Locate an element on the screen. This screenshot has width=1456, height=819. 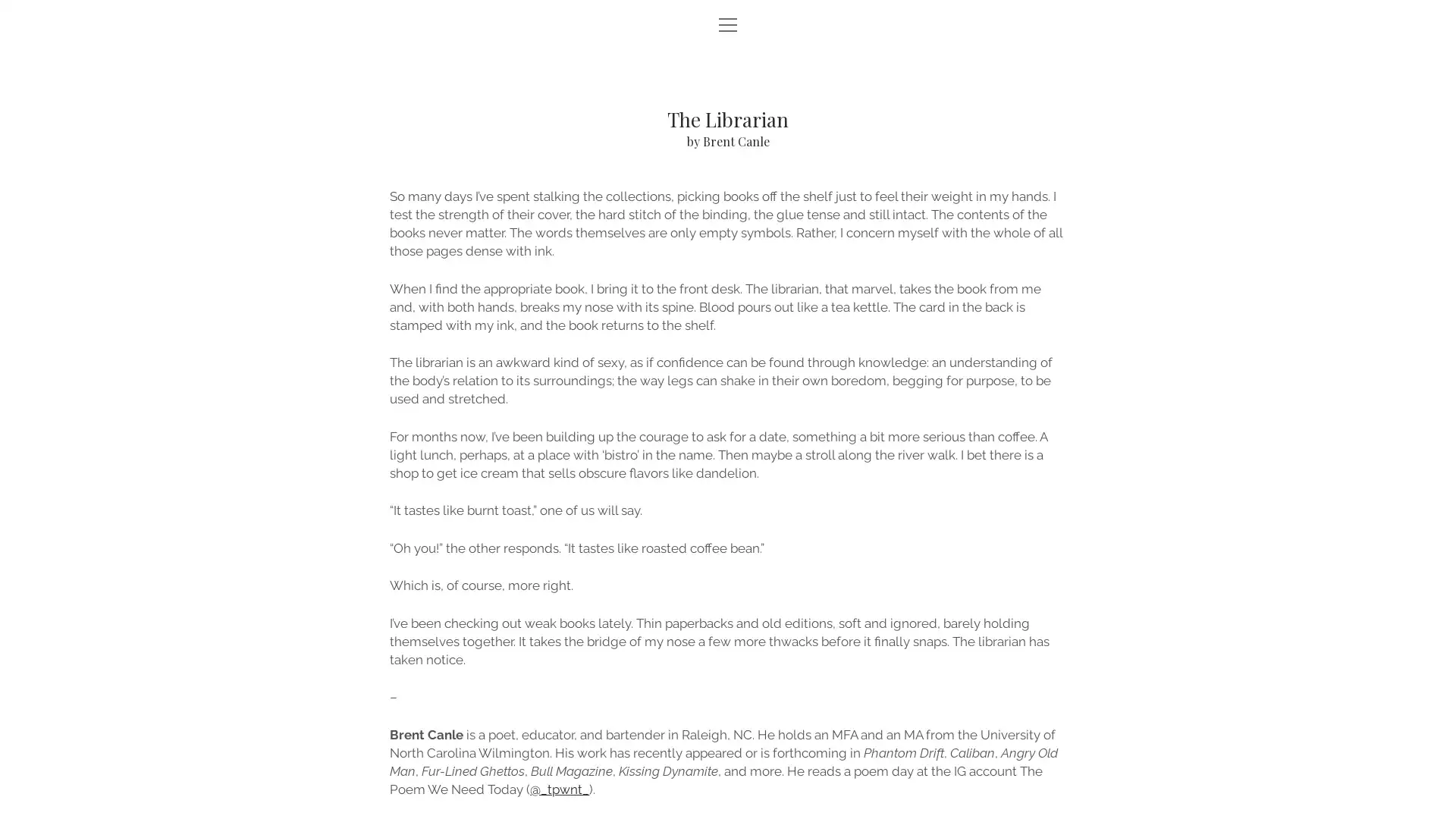
open menu is located at coordinates (728, 26).